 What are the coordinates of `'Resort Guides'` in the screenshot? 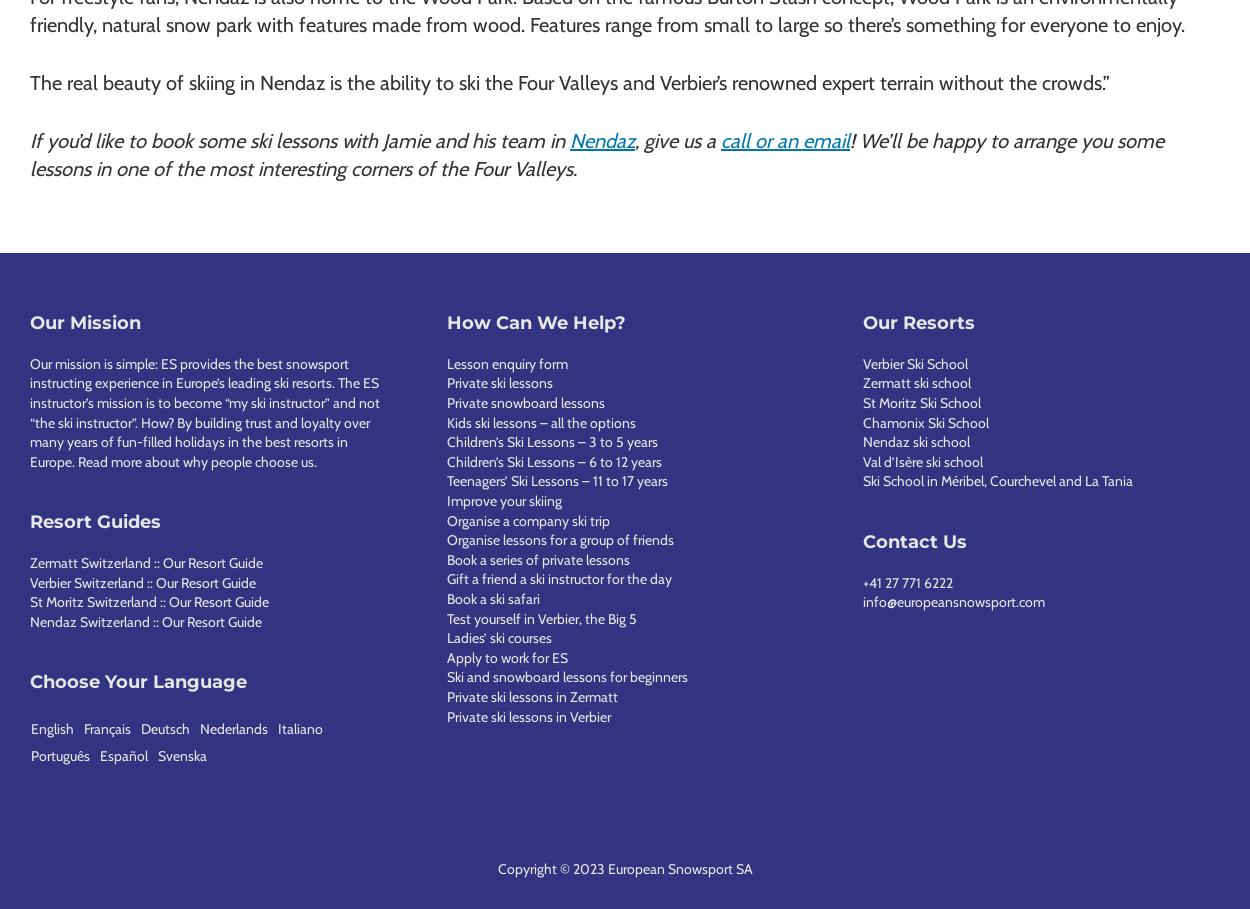 It's located at (94, 521).